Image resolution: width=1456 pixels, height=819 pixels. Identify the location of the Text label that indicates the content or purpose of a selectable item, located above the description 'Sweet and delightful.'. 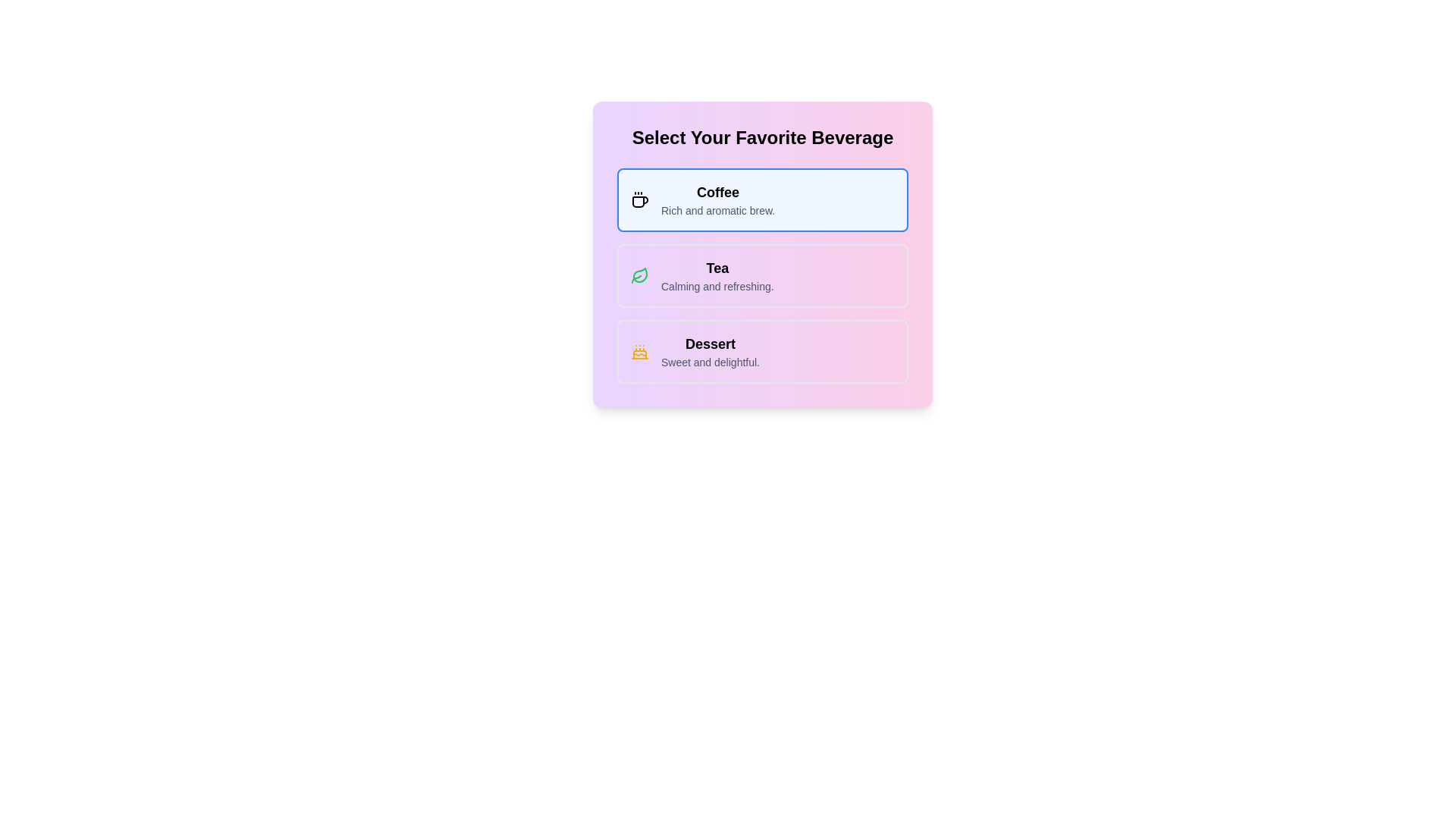
(709, 344).